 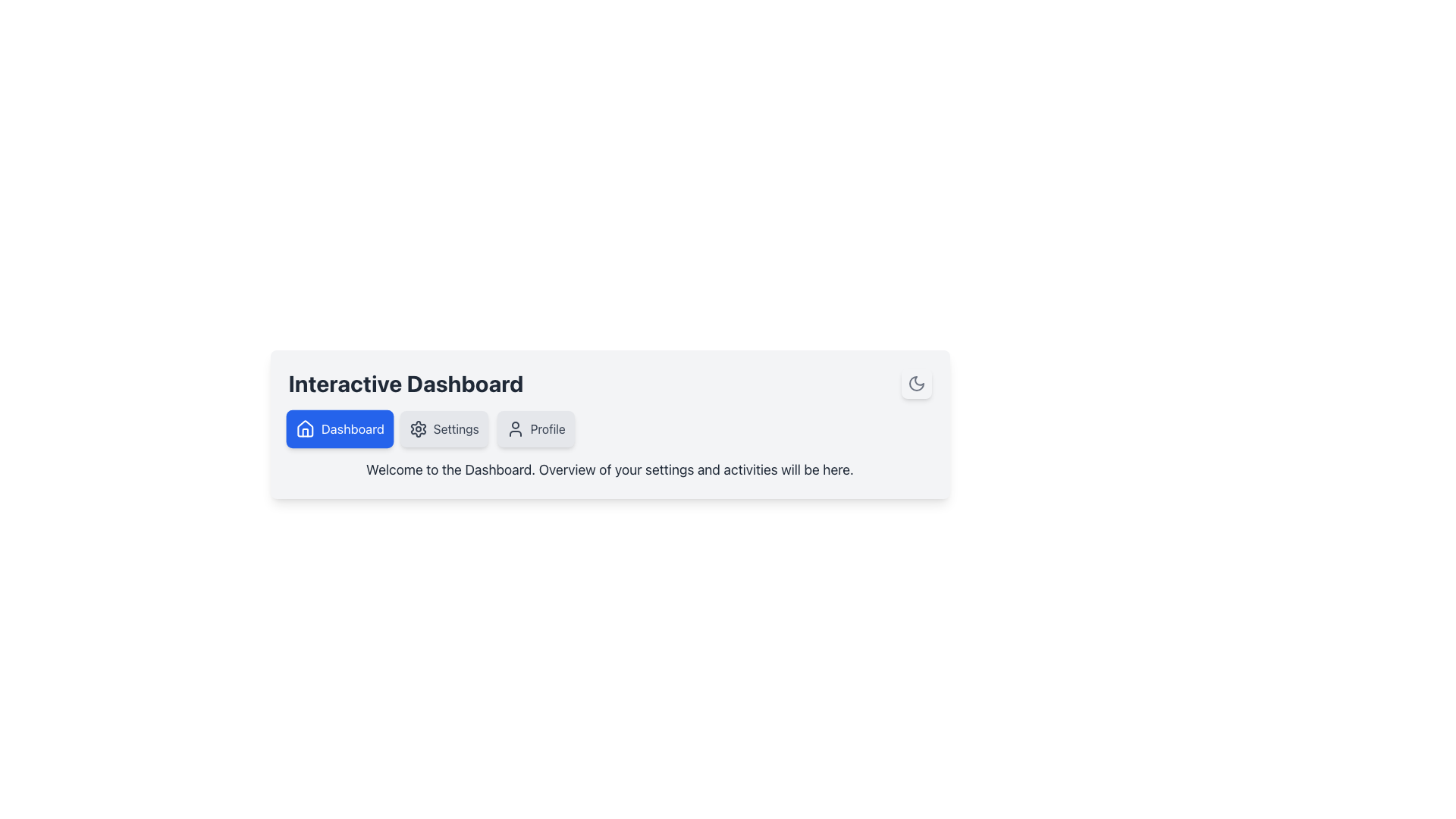 What do you see at coordinates (339, 429) in the screenshot?
I see `the vibrant blue rectangular button labeled 'Dashboard'` at bounding box center [339, 429].